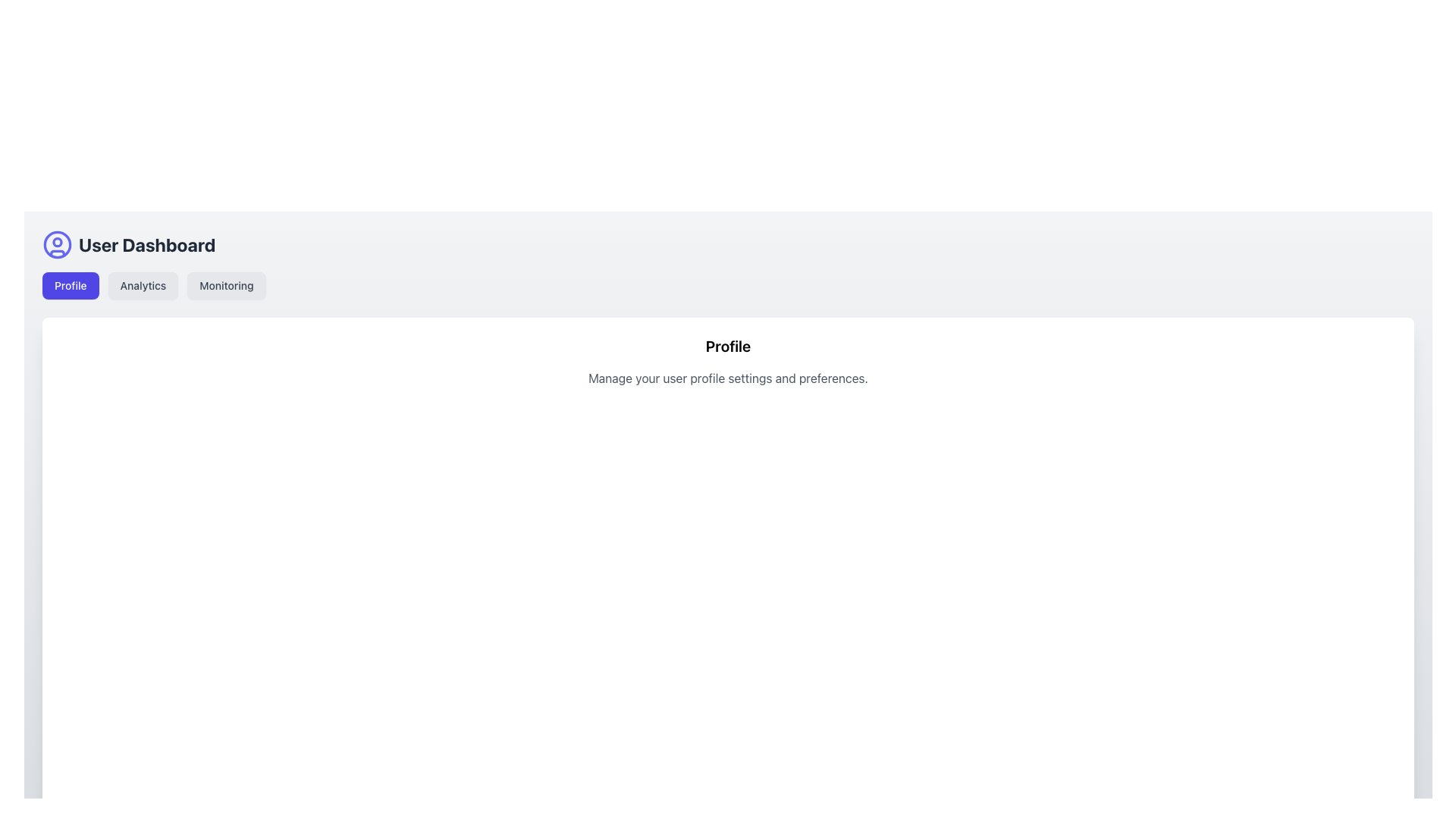 This screenshot has height=819, width=1456. Describe the element at coordinates (70, 286) in the screenshot. I see `the 'Profile' button, which is a prominent indigo button with white bold text, to activate hover effects` at that location.